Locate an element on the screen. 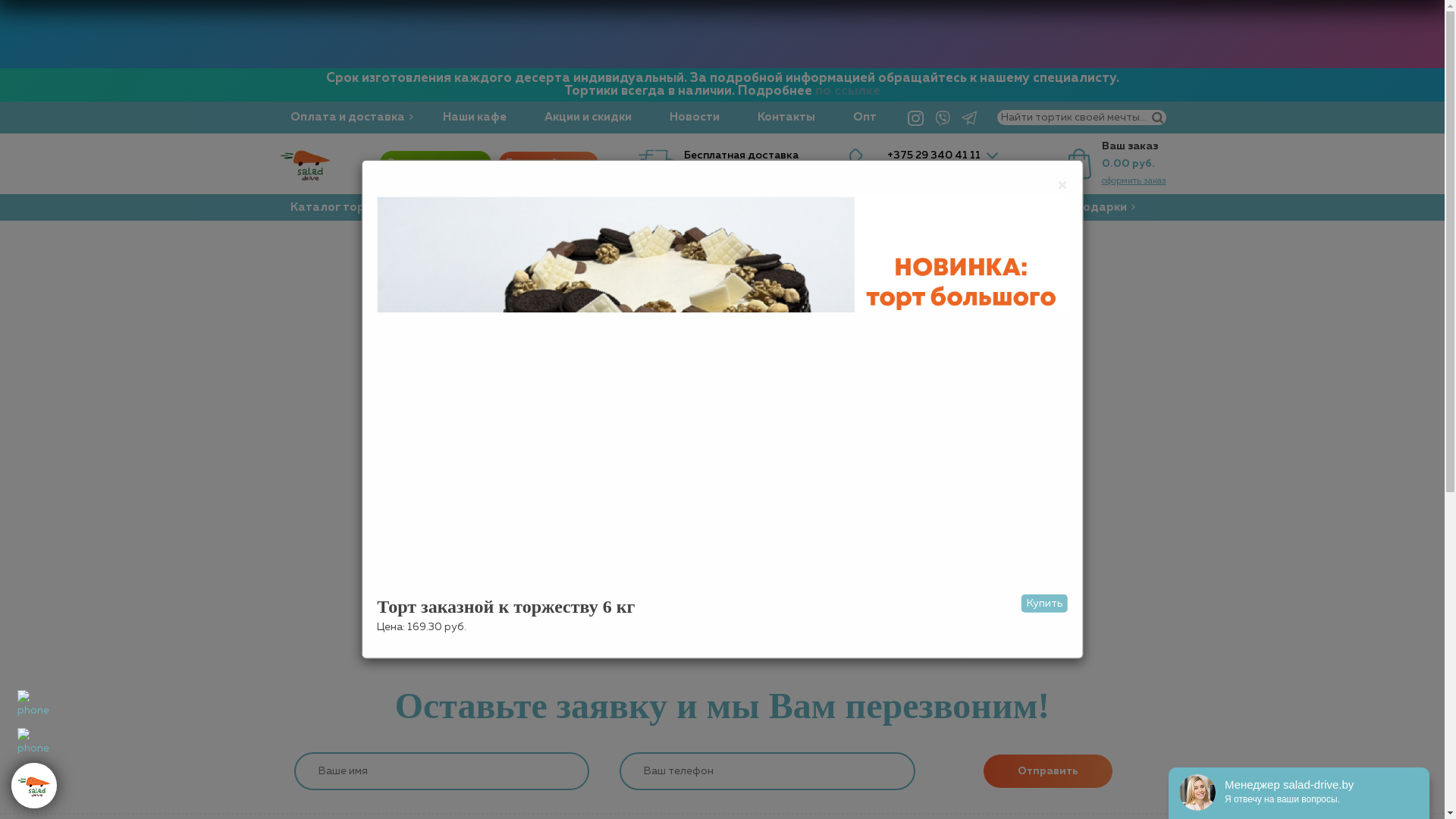  'Instagram' is located at coordinates (915, 116).